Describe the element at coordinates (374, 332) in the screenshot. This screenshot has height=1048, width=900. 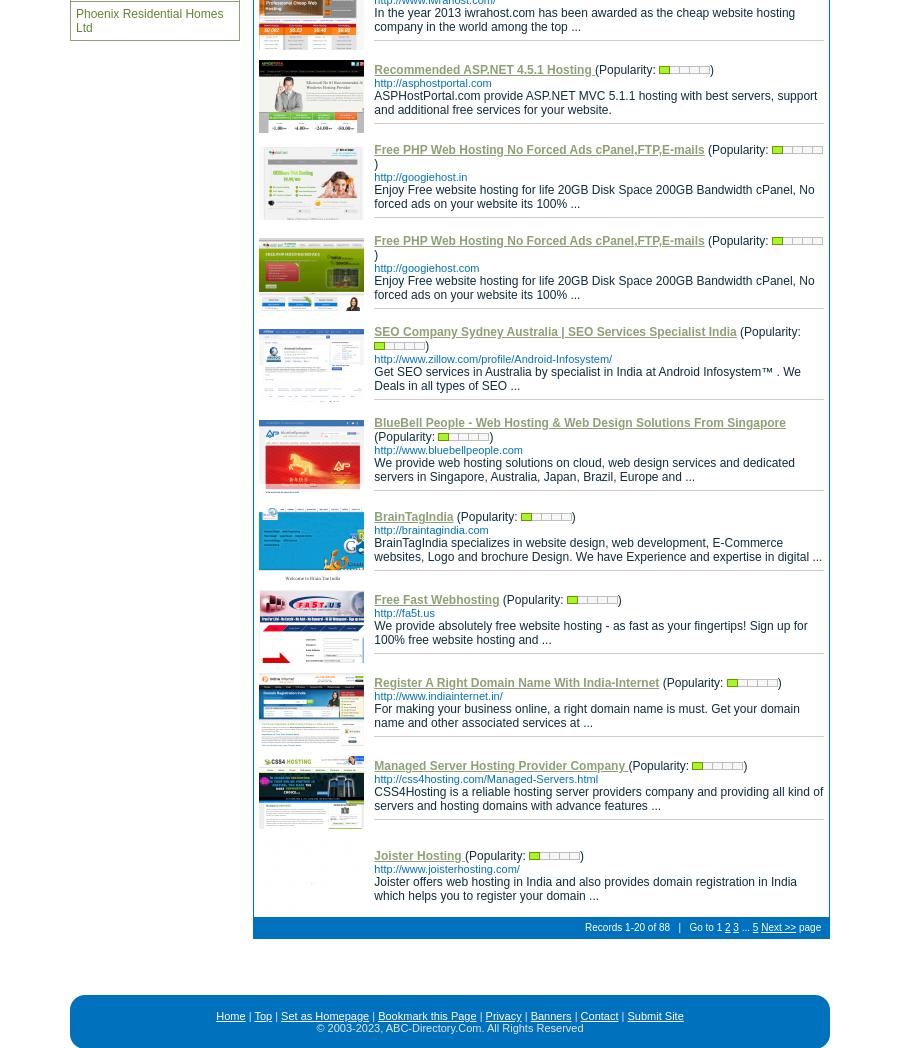
I see `'SEO Company Sydney Australia | SEO Services Specialist India'` at that location.